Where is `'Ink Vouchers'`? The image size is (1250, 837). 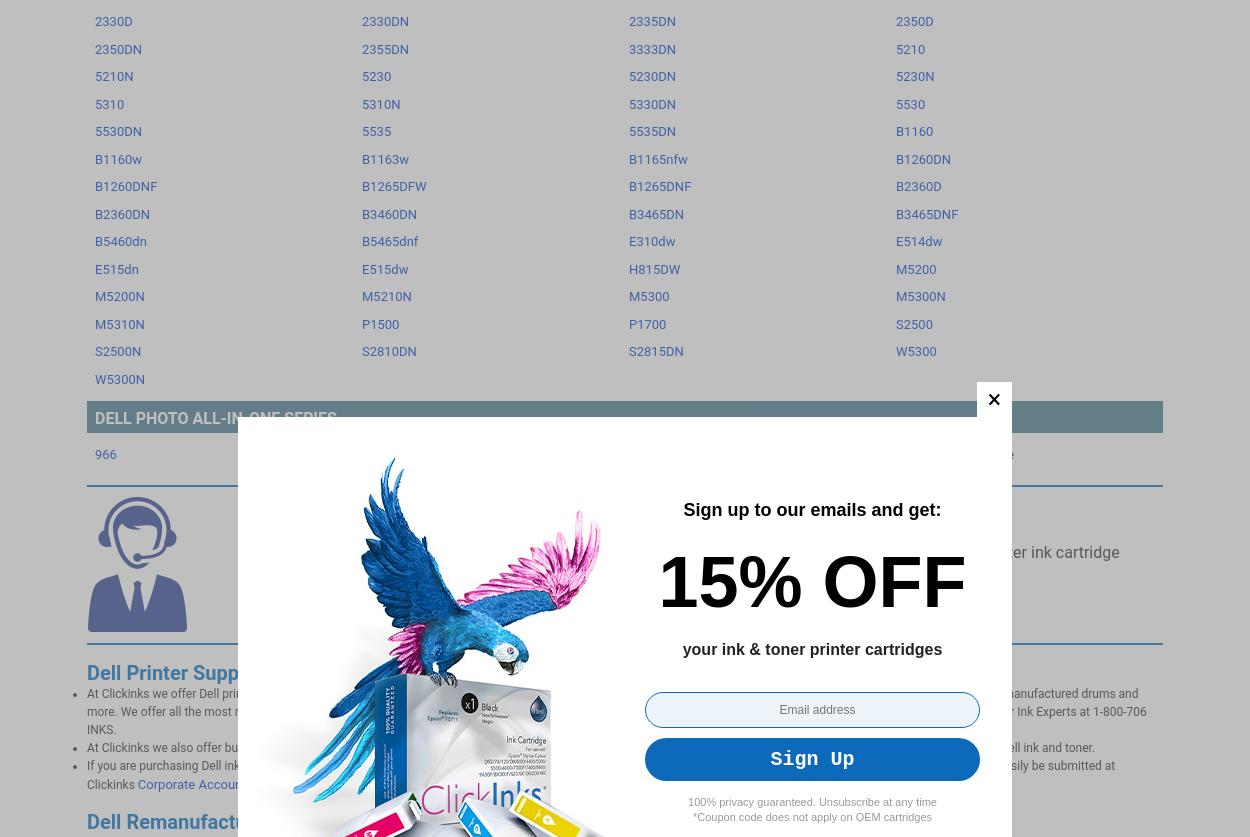 'Ink Vouchers' is located at coordinates (414, 53).